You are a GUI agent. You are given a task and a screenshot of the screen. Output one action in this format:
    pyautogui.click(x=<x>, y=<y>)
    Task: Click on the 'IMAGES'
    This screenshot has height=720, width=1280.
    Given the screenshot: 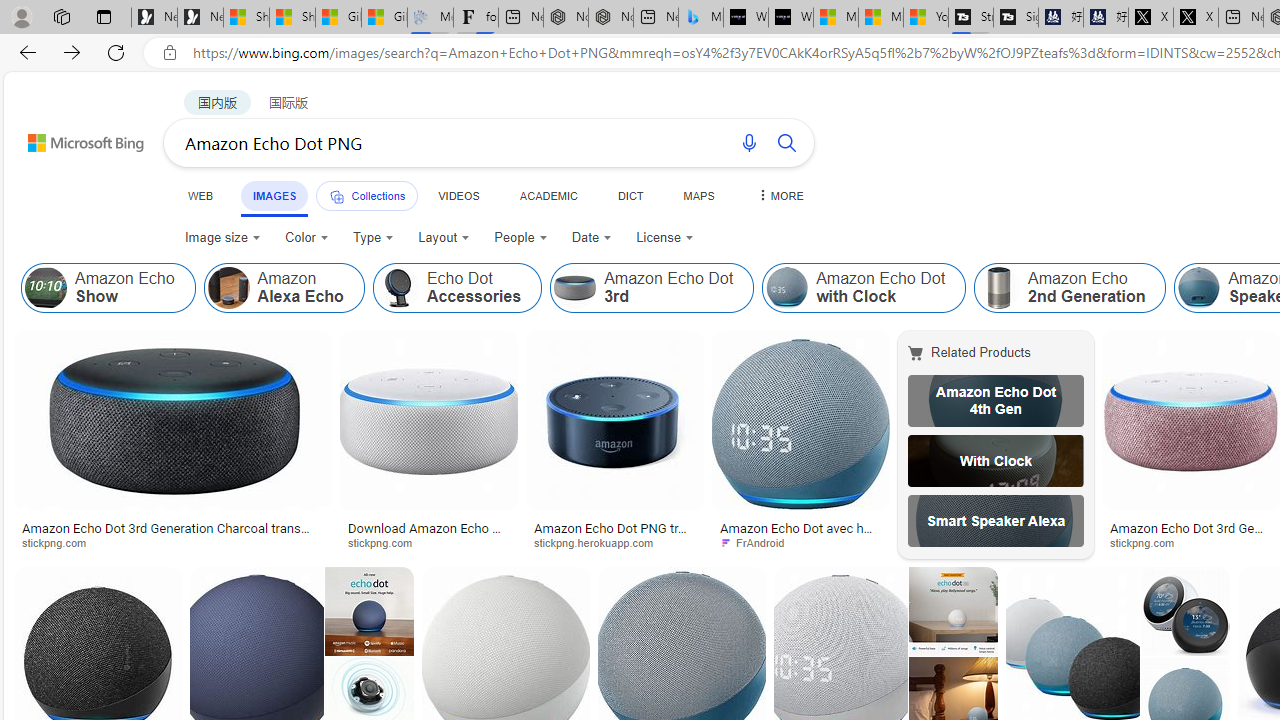 What is the action you would take?
    pyautogui.click(x=273, y=195)
    